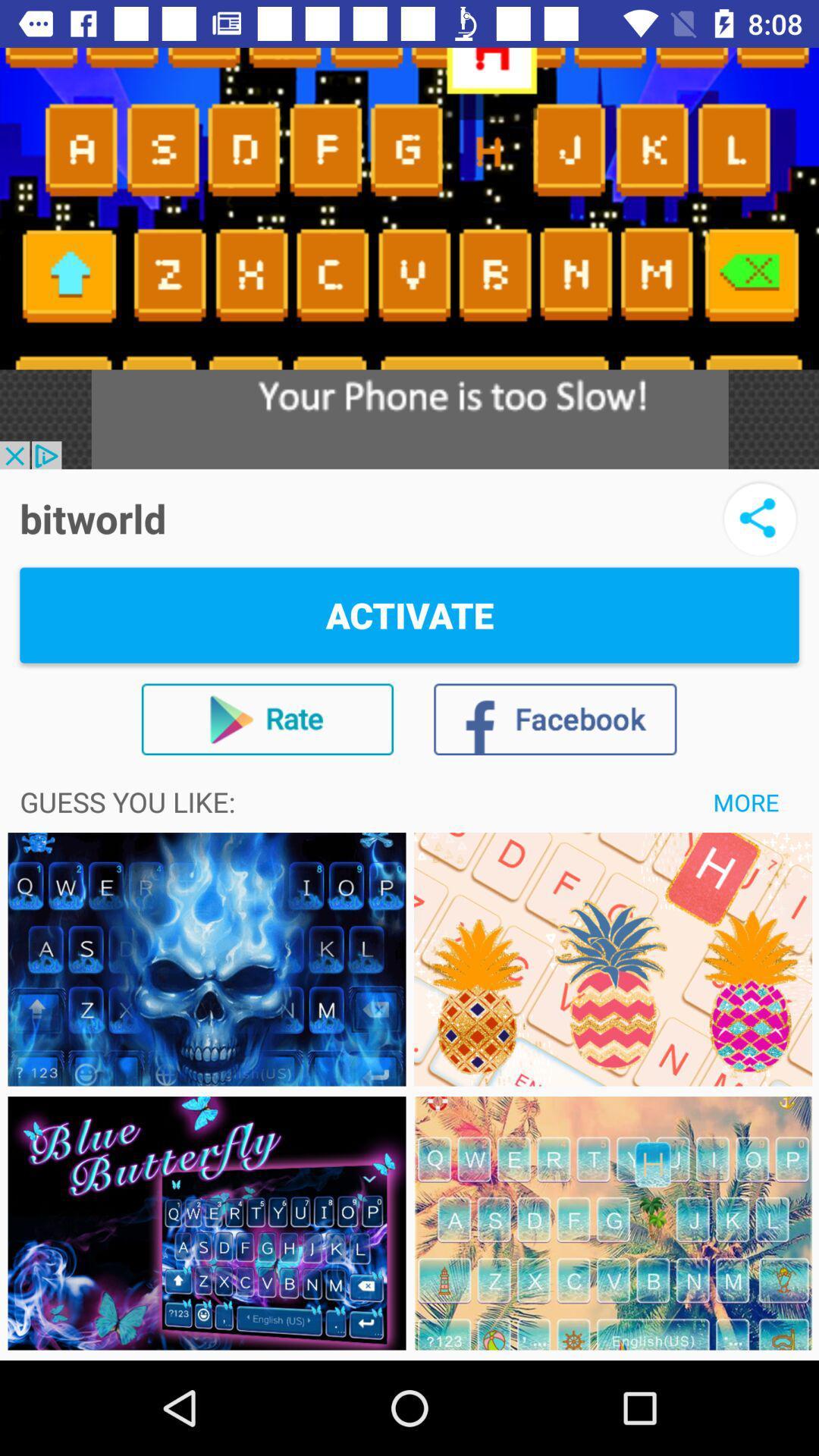 The width and height of the screenshot is (819, 1456). Describe the element at coordinates (555, 718) in the screenshot. I see `the icon below activate icon` at that location.